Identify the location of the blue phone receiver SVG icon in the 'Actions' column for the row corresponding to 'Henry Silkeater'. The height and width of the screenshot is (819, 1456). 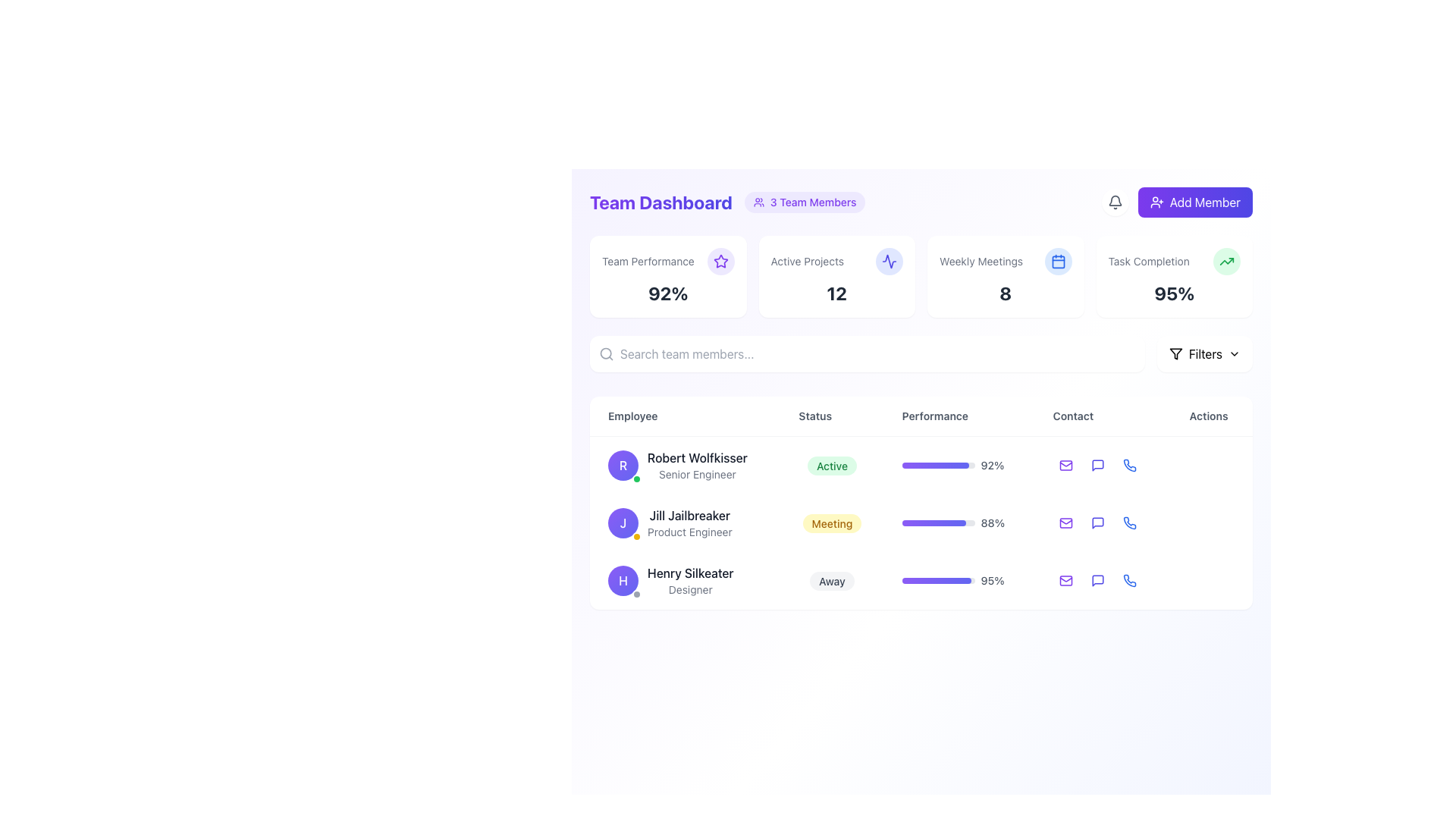
(1129, 464).